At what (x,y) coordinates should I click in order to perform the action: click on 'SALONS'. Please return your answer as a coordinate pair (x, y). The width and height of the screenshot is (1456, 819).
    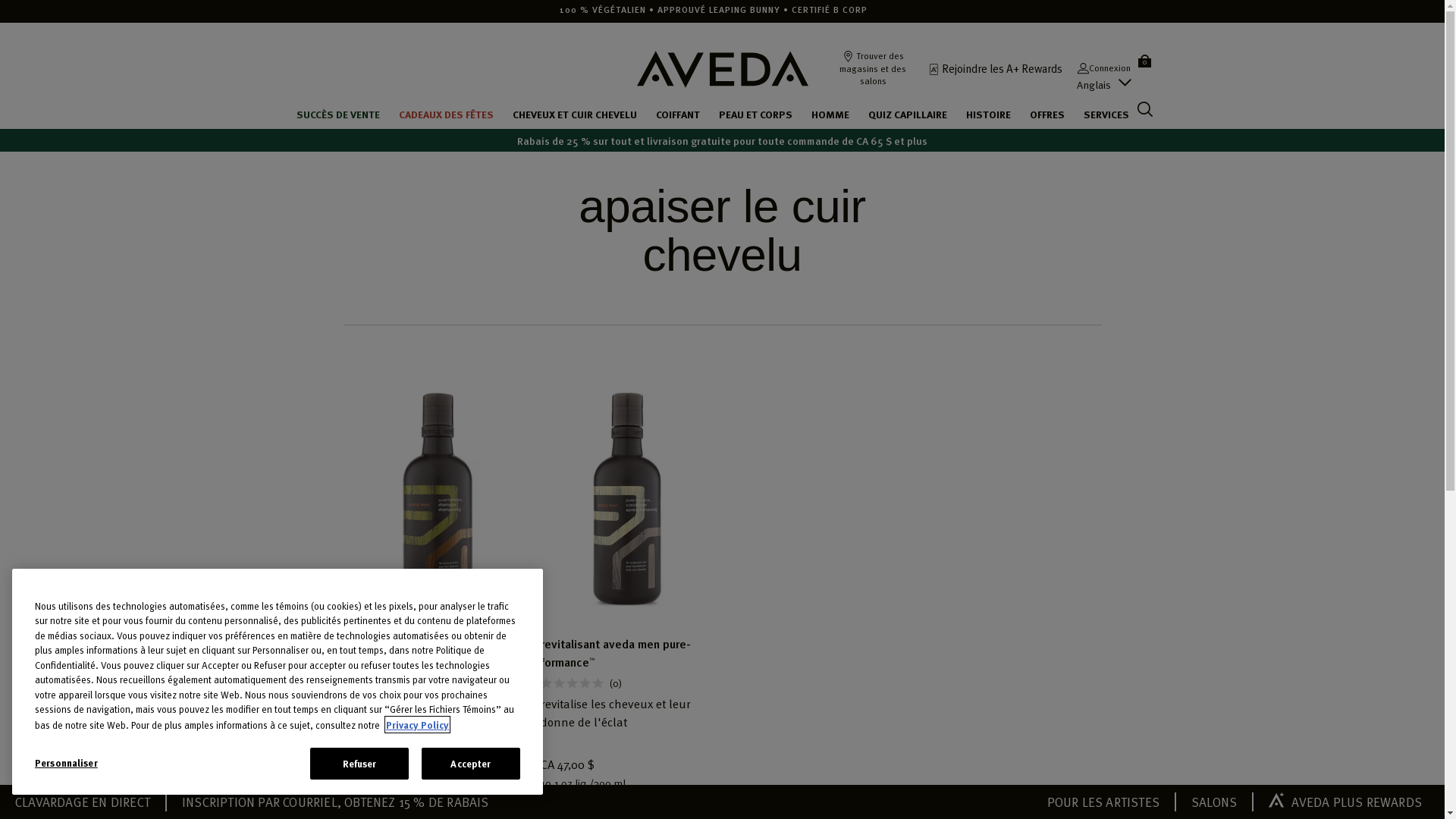
    Looking at the image, I should click on (1190, 800).